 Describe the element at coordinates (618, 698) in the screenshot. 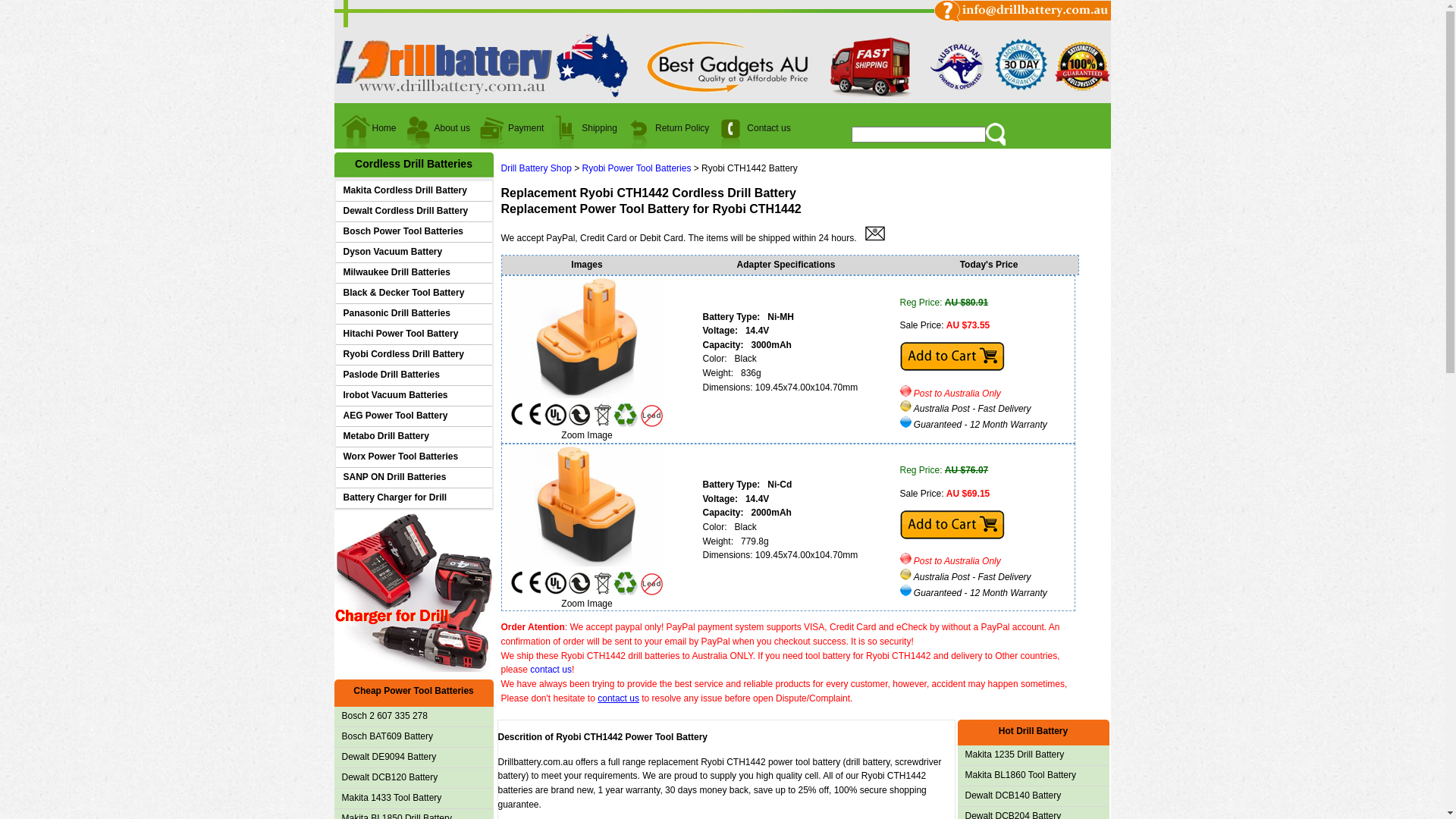

I see `'contact us'` at that location.